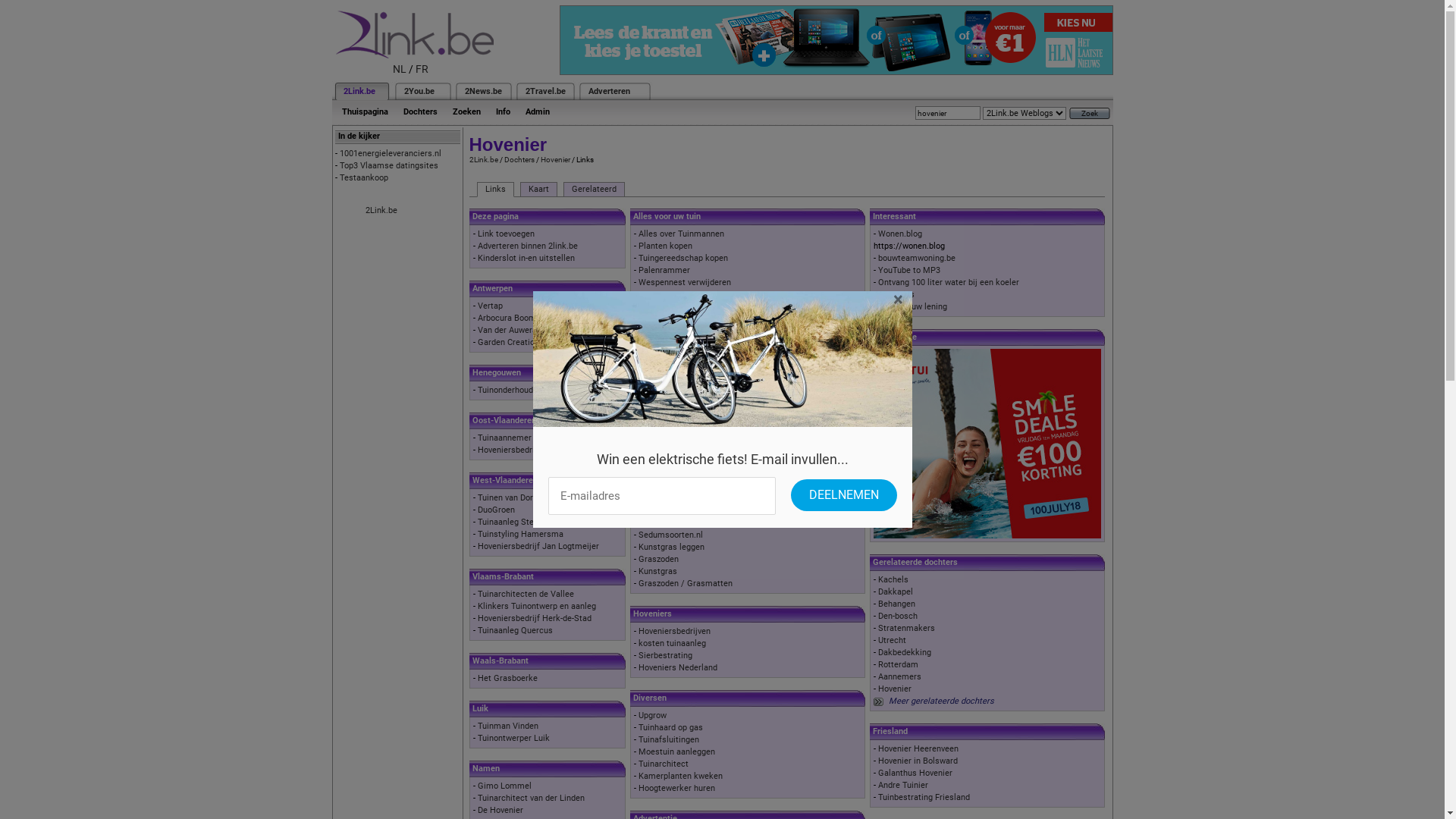 The width and height of the screenshot is (1456, 819). I want to click on 'Kinderslot in-en uitstellen', so click(526, 257).